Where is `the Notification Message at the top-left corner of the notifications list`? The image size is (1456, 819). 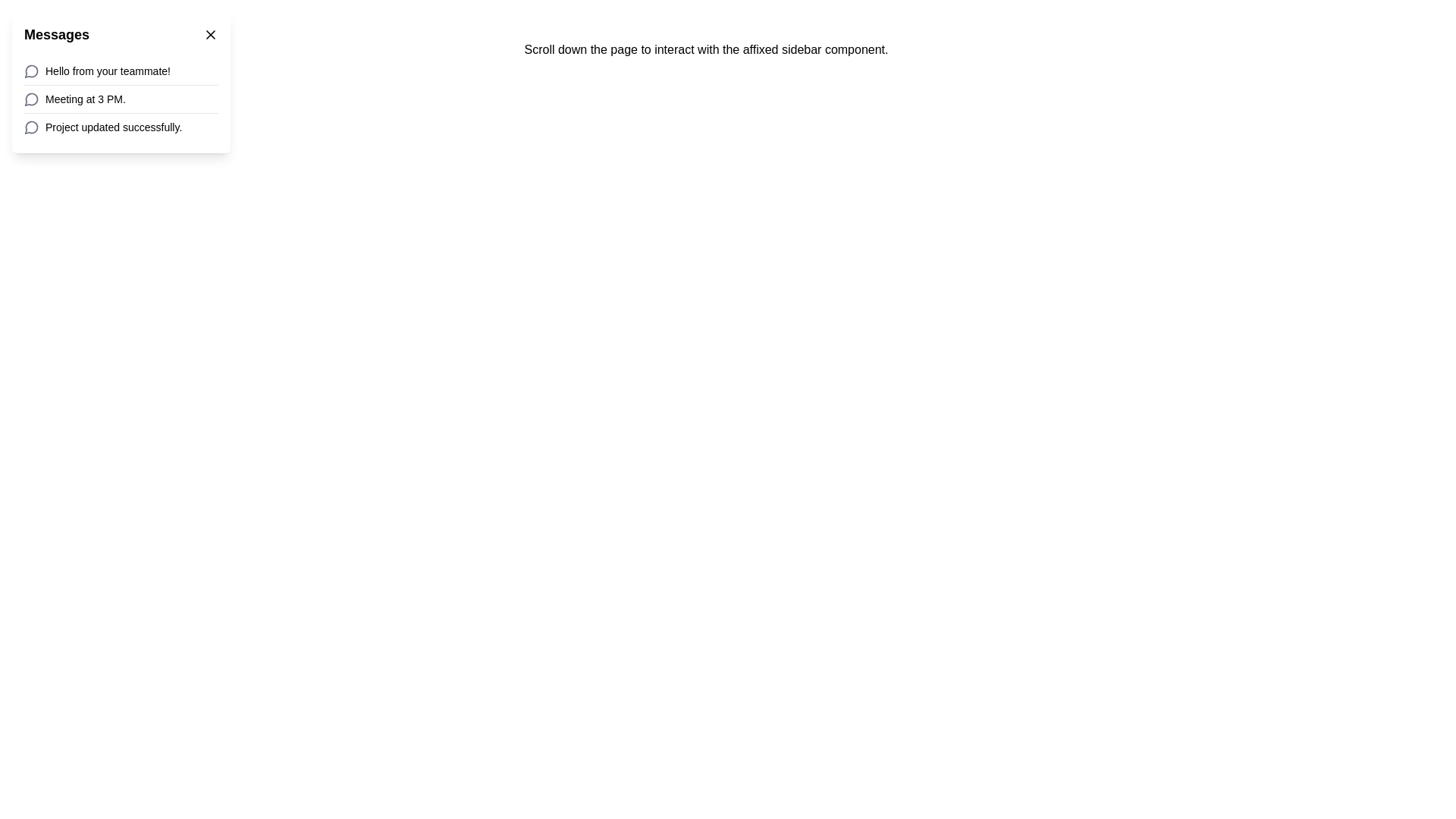
the Notification Message at the top-left corner of the notifications list is located at coordinates (120, 71).